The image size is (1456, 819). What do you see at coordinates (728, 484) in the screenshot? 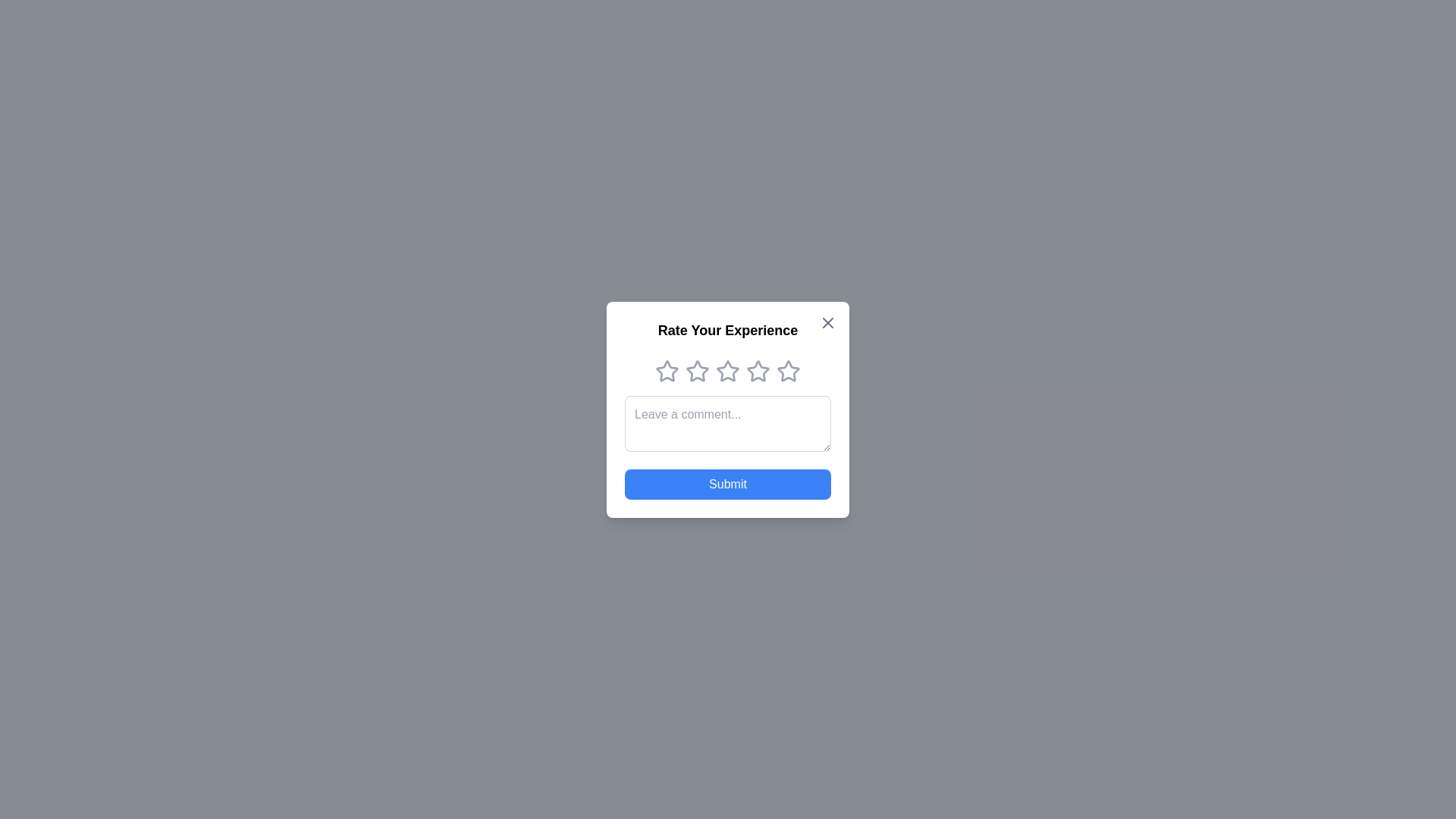
I see `the submit button to submit the rating and comment` at bounding box center [728, 484].